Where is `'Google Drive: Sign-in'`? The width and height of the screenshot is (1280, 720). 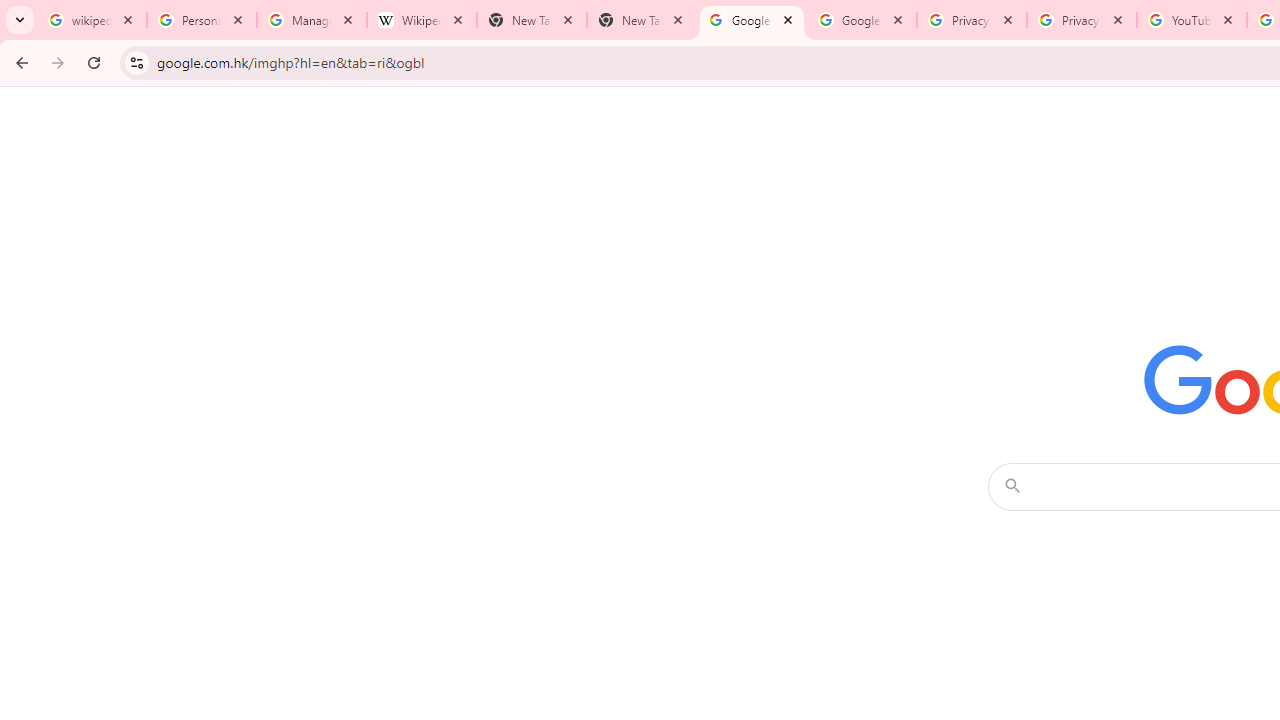 'Google Drive: Sign-in' is located at coordinates (861, 20).